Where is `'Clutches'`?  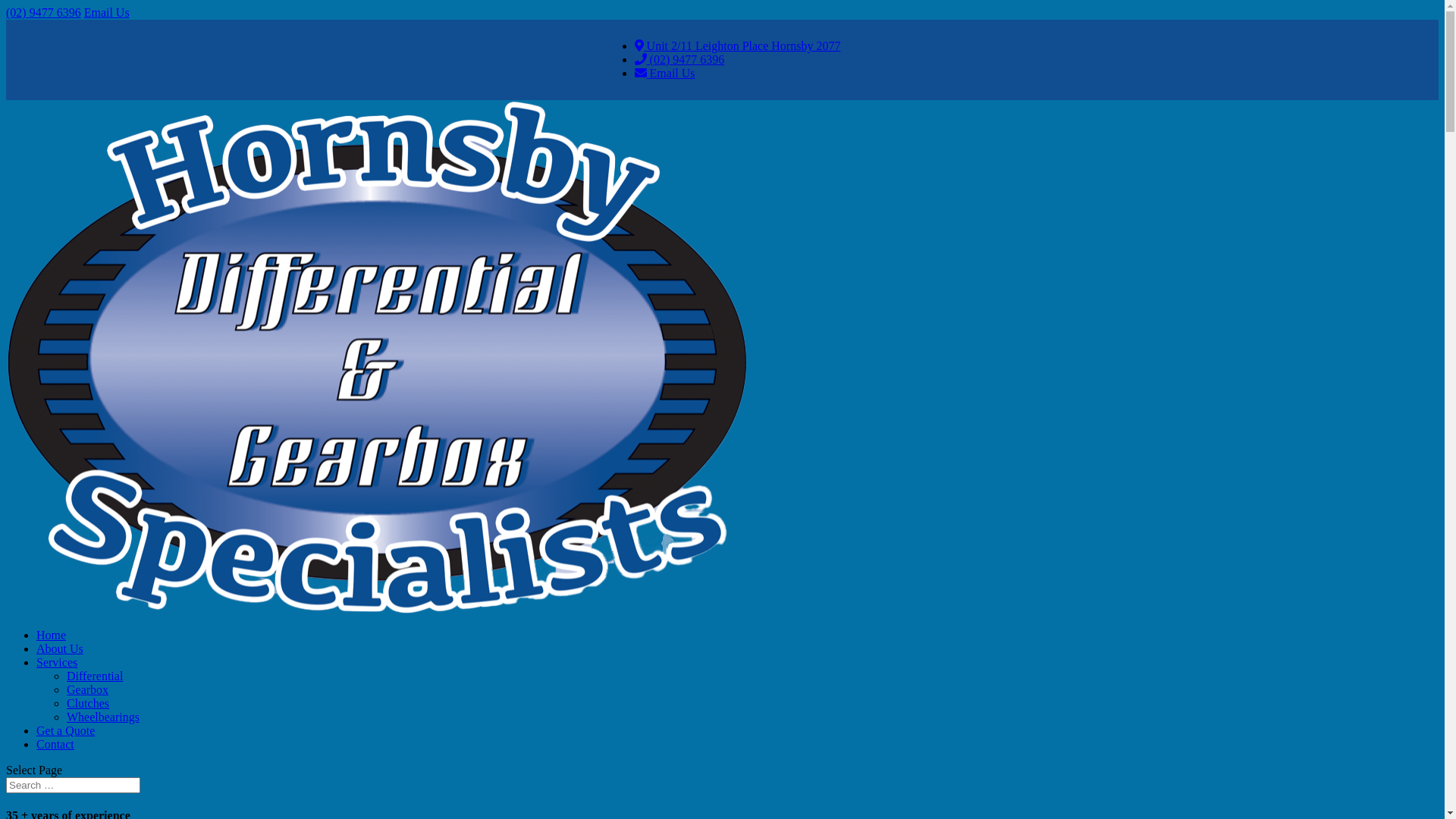
'Clutches' is located at coordinates (65, 703).